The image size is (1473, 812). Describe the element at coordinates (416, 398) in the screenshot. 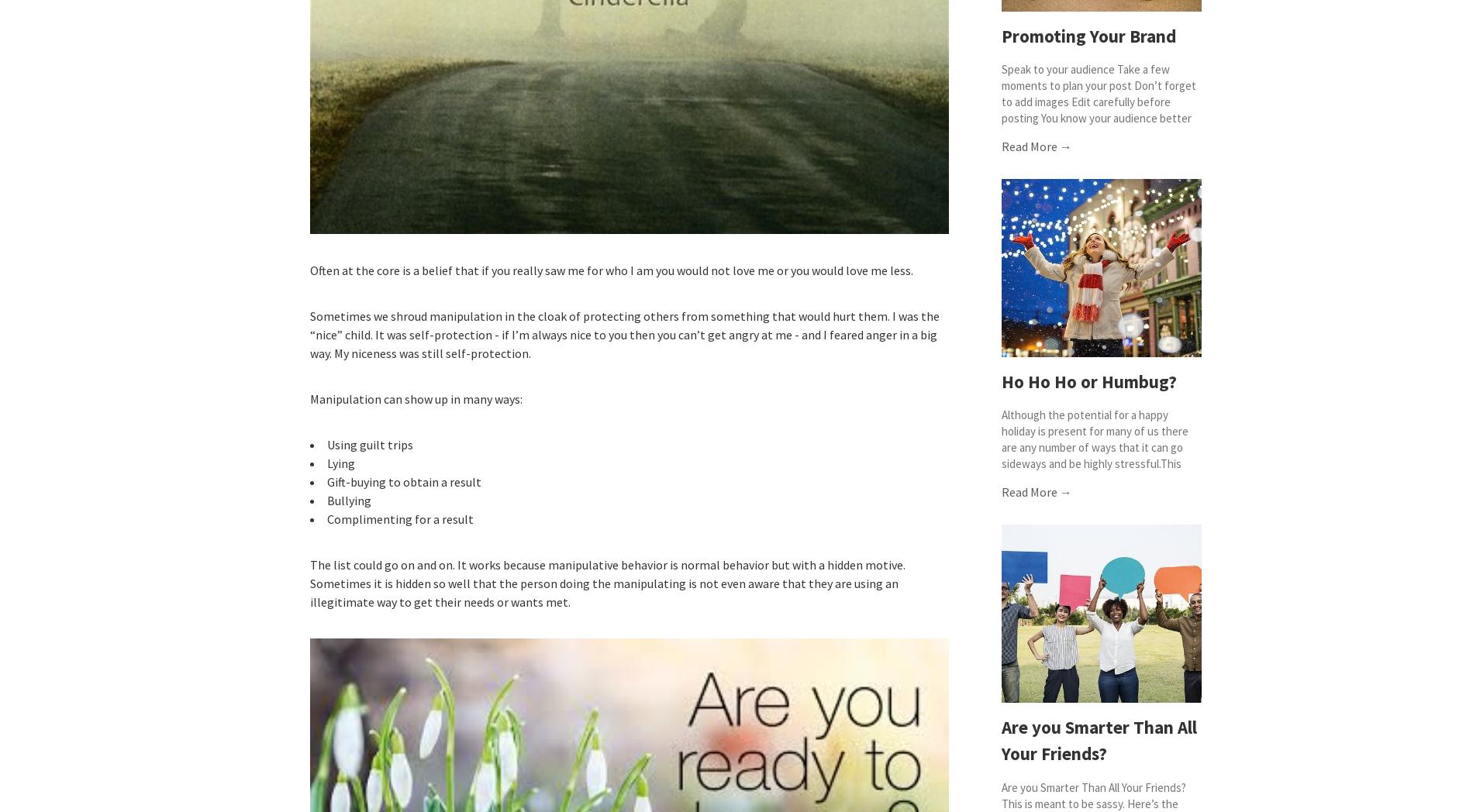

I see `'Manipulation can show up in many ways:'` at that location.